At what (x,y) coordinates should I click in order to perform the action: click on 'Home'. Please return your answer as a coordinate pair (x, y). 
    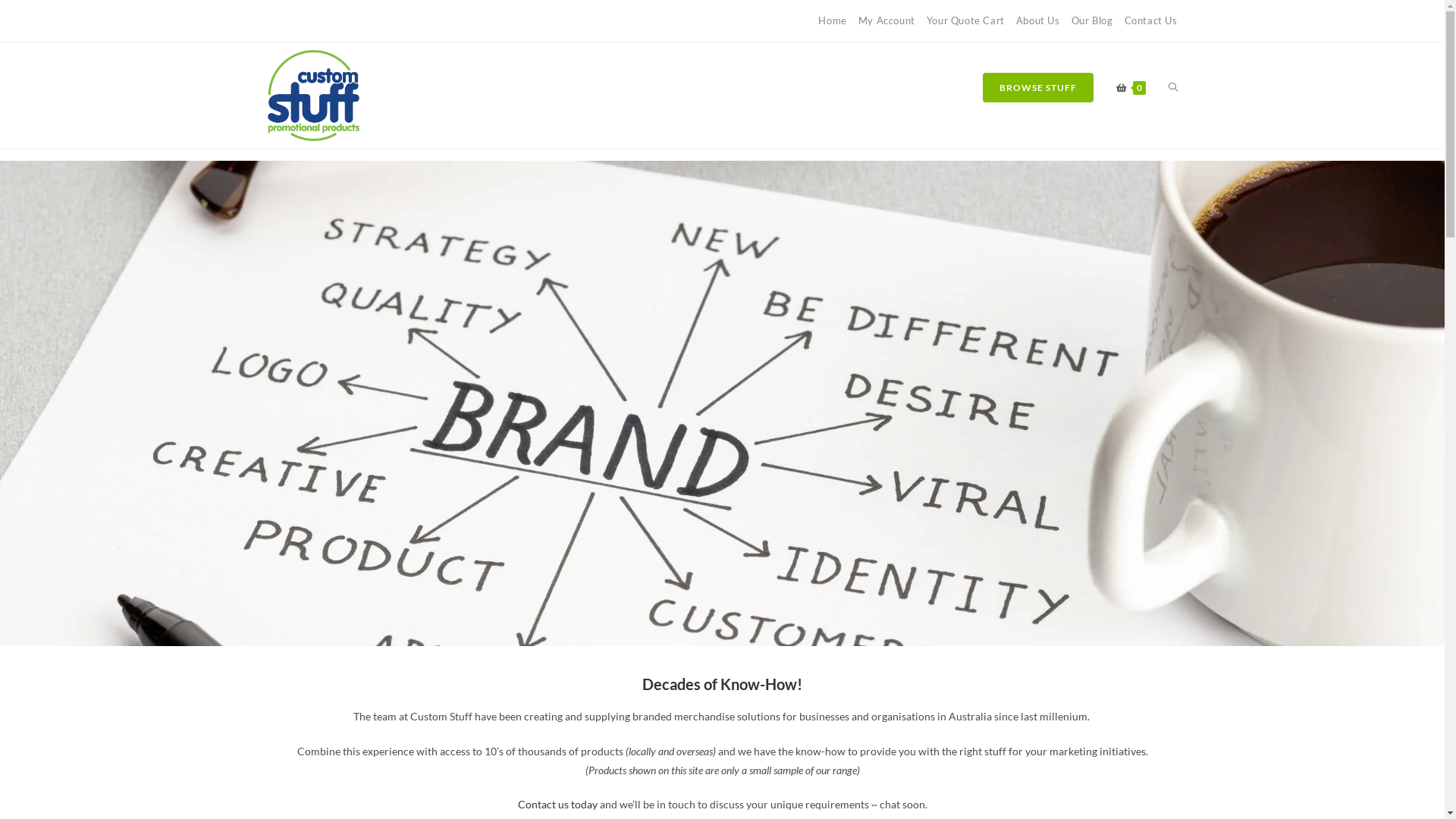
    Looking at the image, I should click on (831, 20).